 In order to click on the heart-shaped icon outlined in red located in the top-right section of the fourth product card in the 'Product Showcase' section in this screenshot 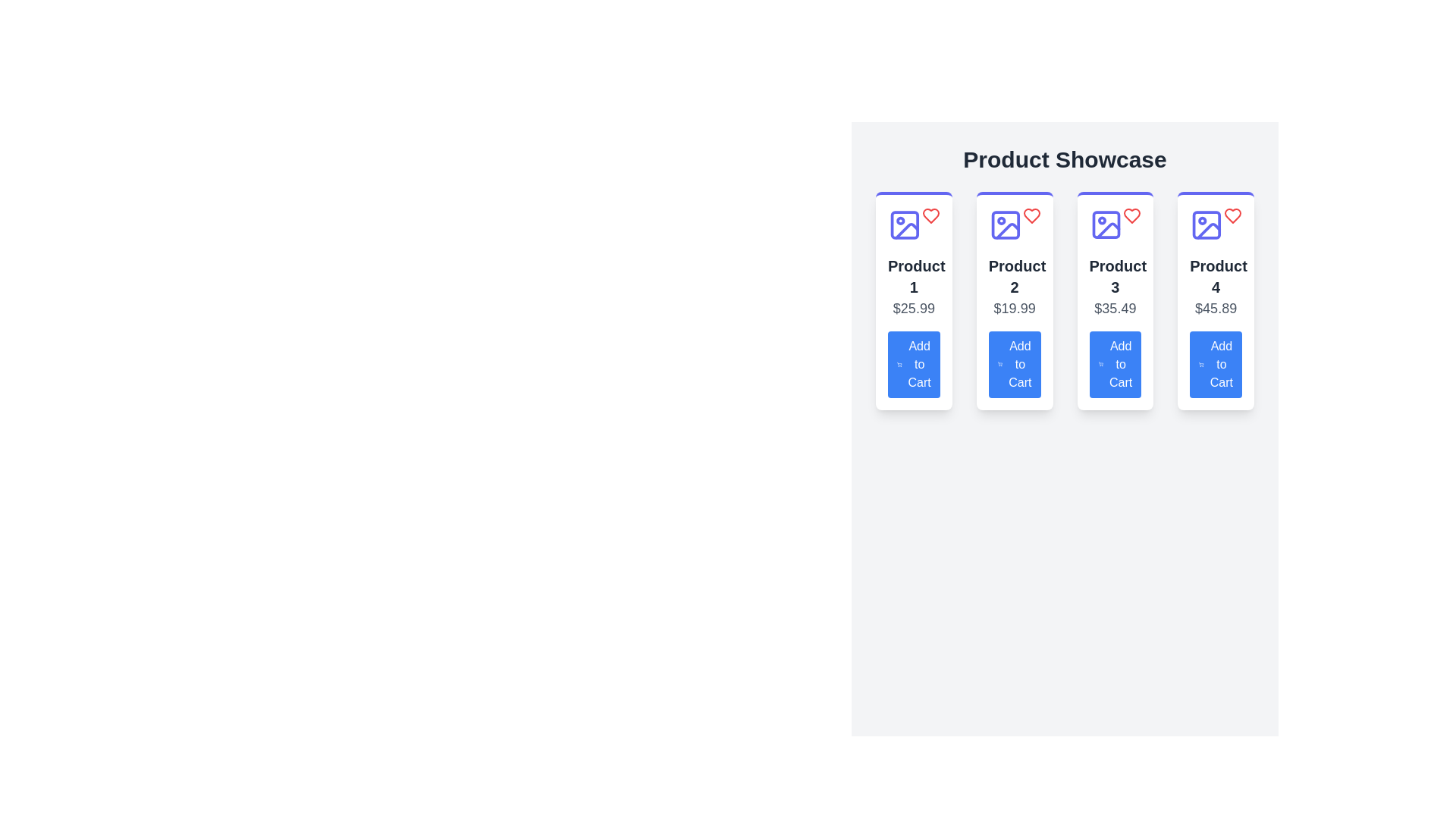, I will do `click(1233, 216)`.